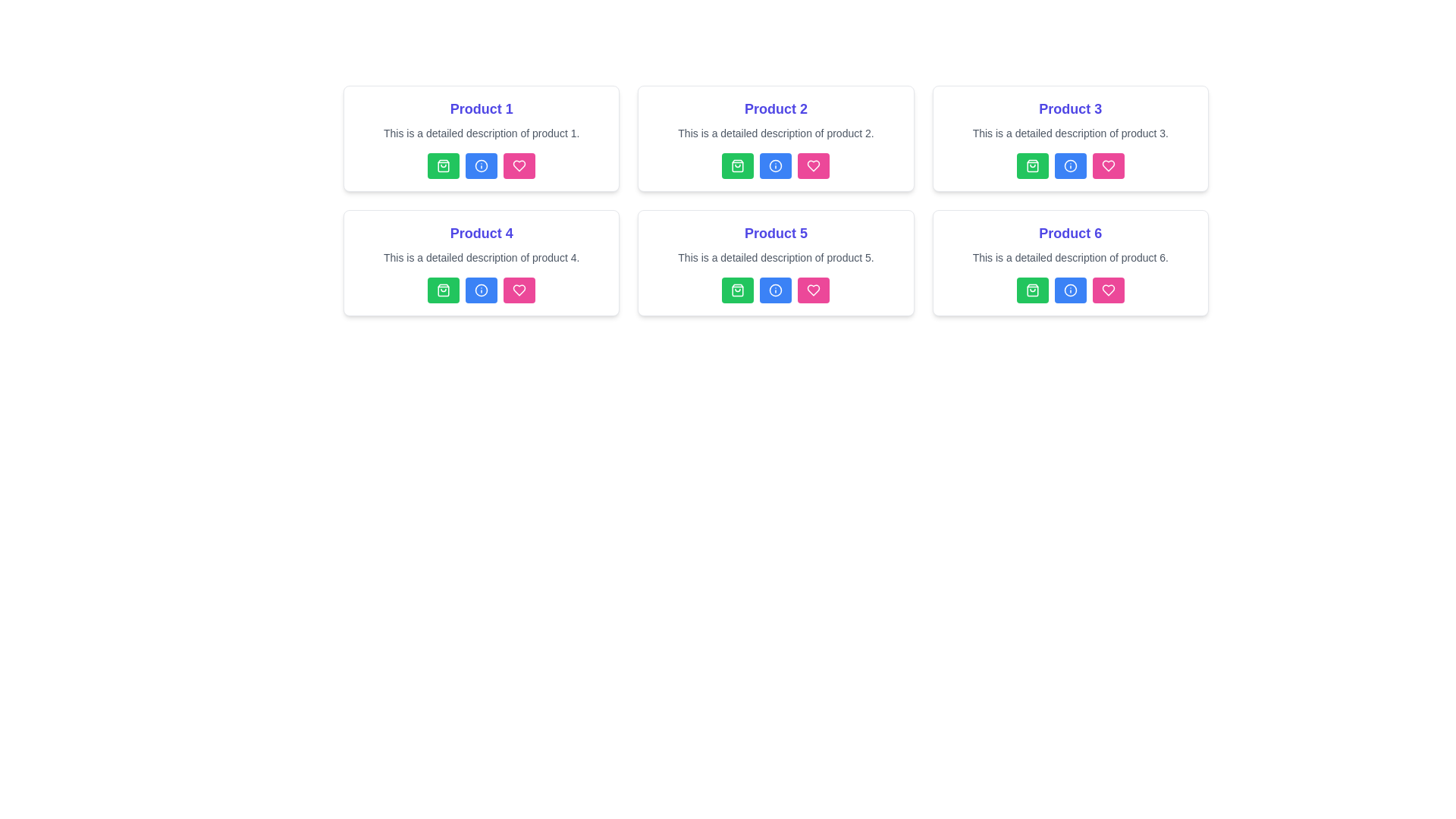 The width and height of the screenshot is (1456, 819). What do you see at coordinates (481, 290) in the screenshot?
I see `the circular icon with a blue outline located within the action buttons of the 'Product 4' card` at bounding box center [481, 290].